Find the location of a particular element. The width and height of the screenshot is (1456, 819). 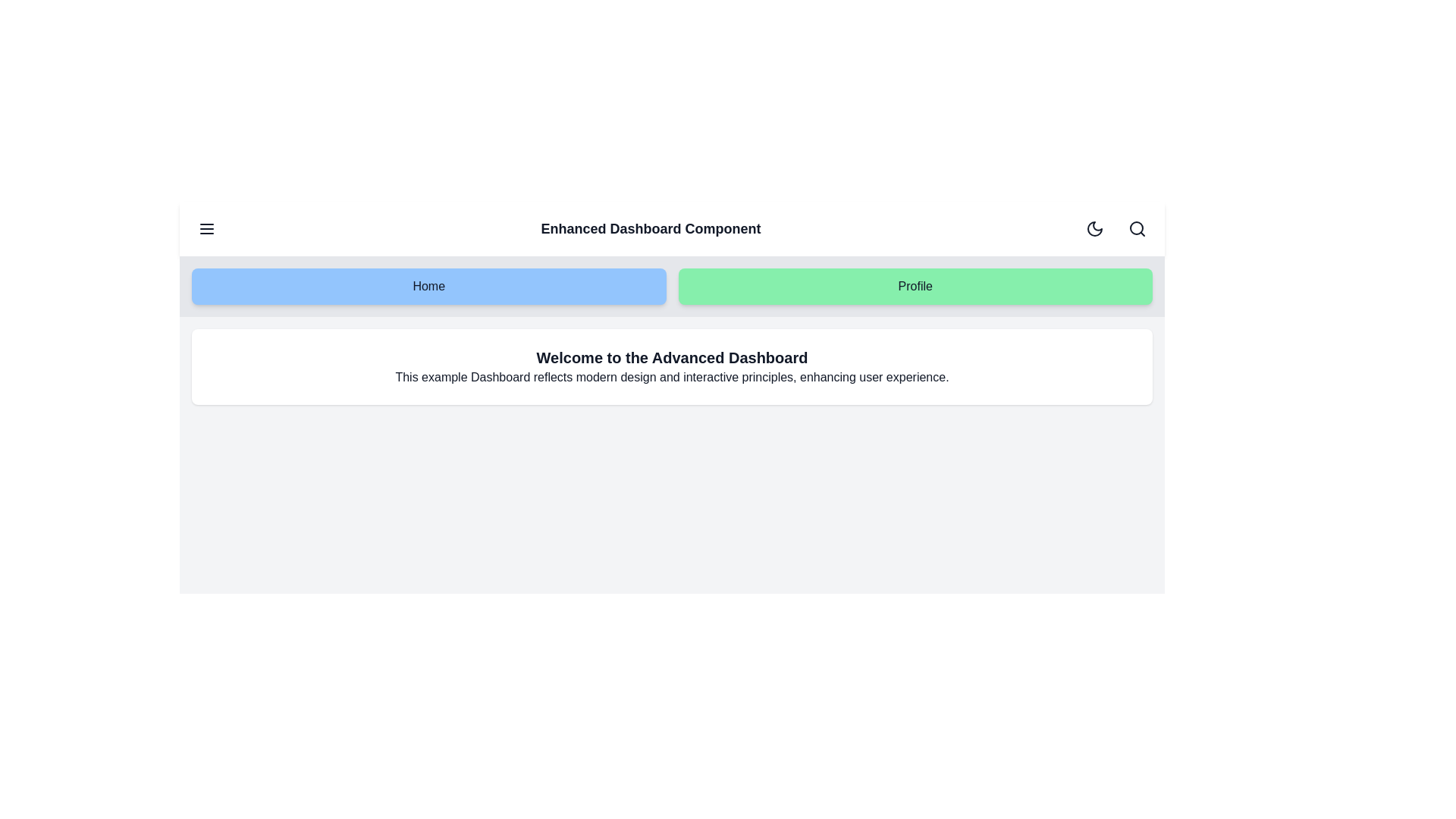

the menu button to toggle the menu visibility is located at coordinates (206, 228).